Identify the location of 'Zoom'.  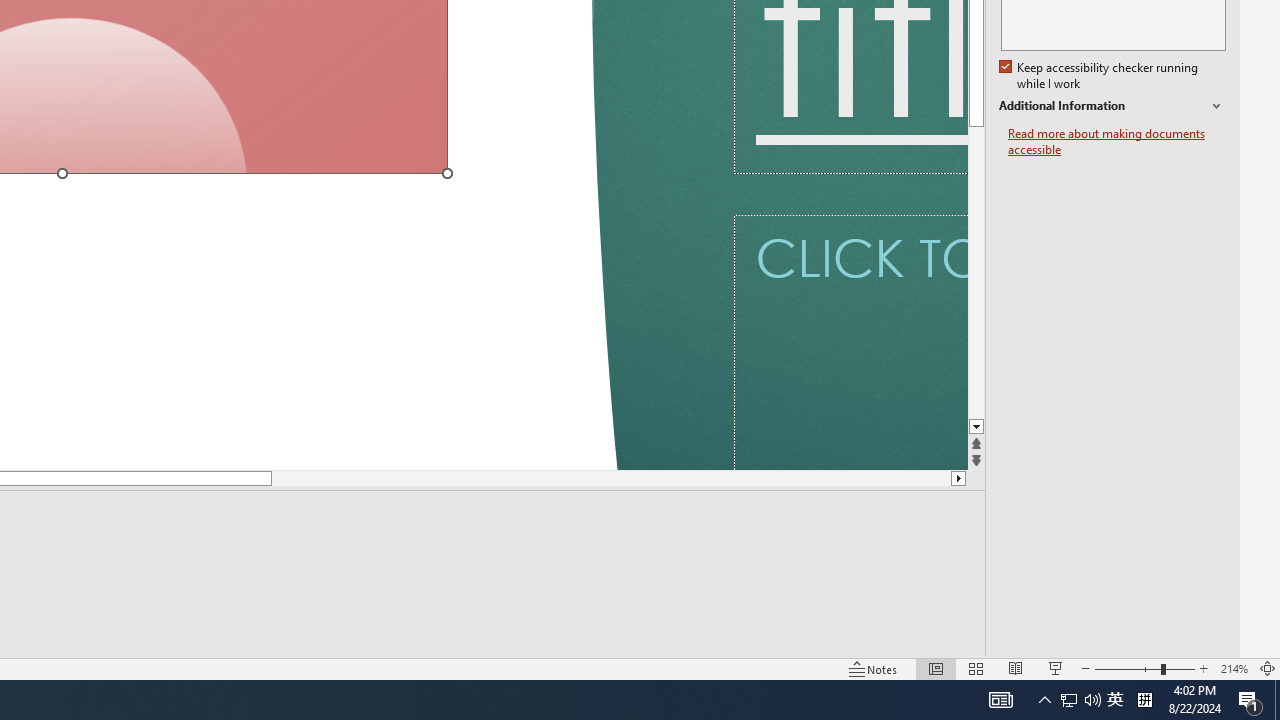
(1144, 669).